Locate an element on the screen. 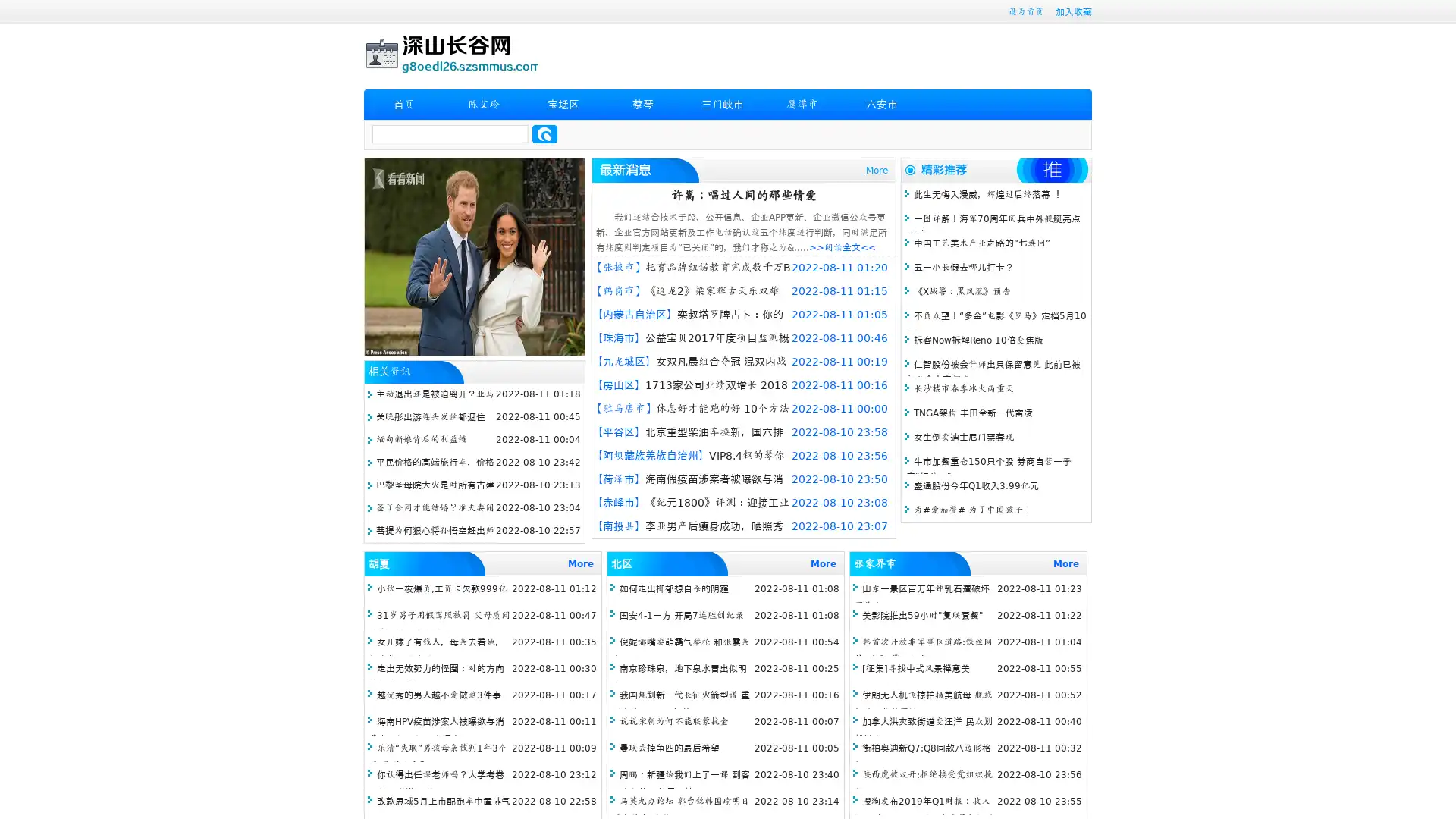 This screenshot has height=819, width=1456. Search is located at coordinates (544, 133).